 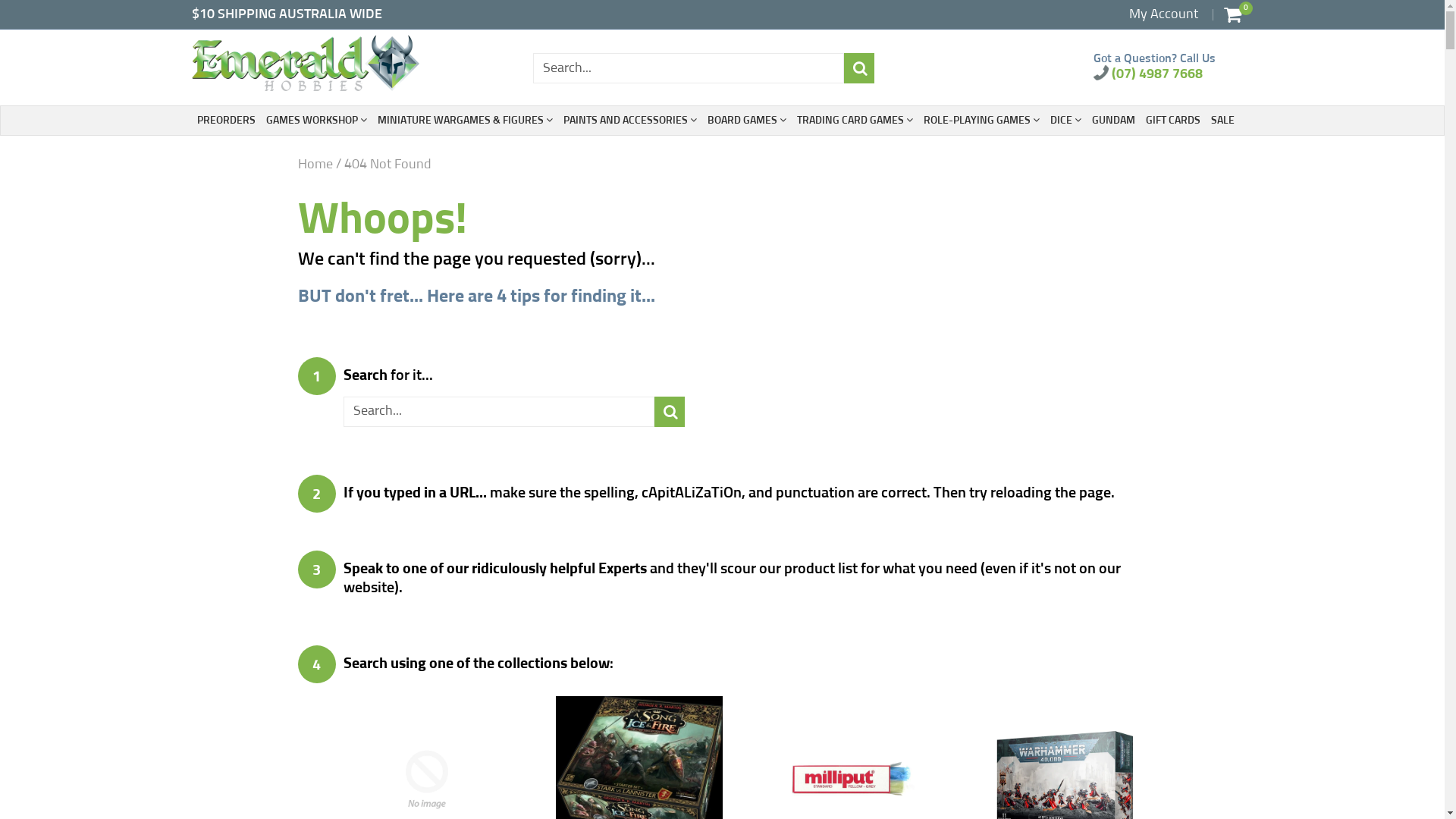 What do you see at coordinates (315, 119) in the screenshot?
I see `'GAMES WORKSHOP'` at bounding box center [315, 119].